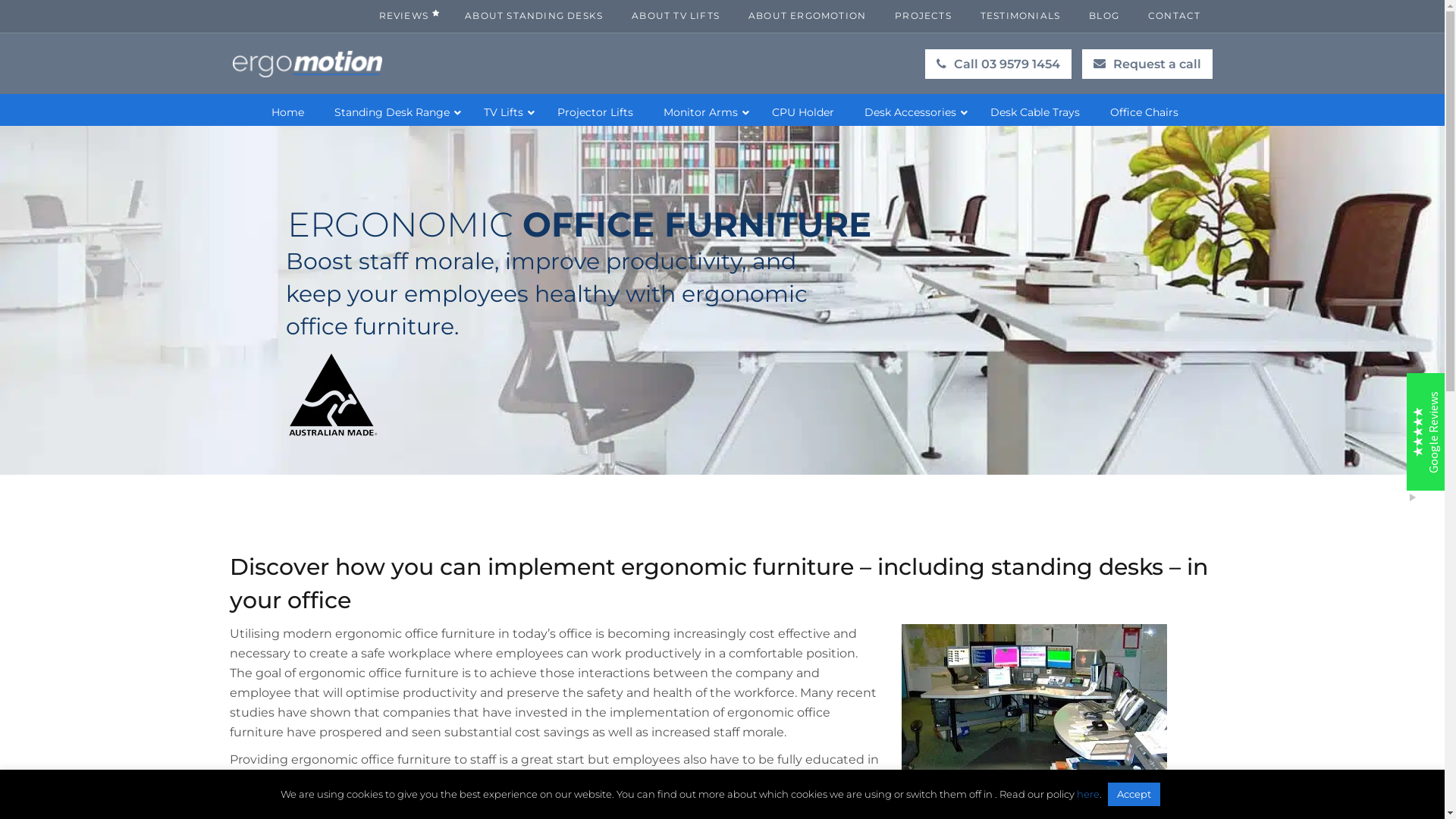 The width and height of the screenshot is (1456, 819). What do you see at coordinates (1144, 111) in the screenshot?
I see `'Office Chairs'` at bounding box center [1144, 111].